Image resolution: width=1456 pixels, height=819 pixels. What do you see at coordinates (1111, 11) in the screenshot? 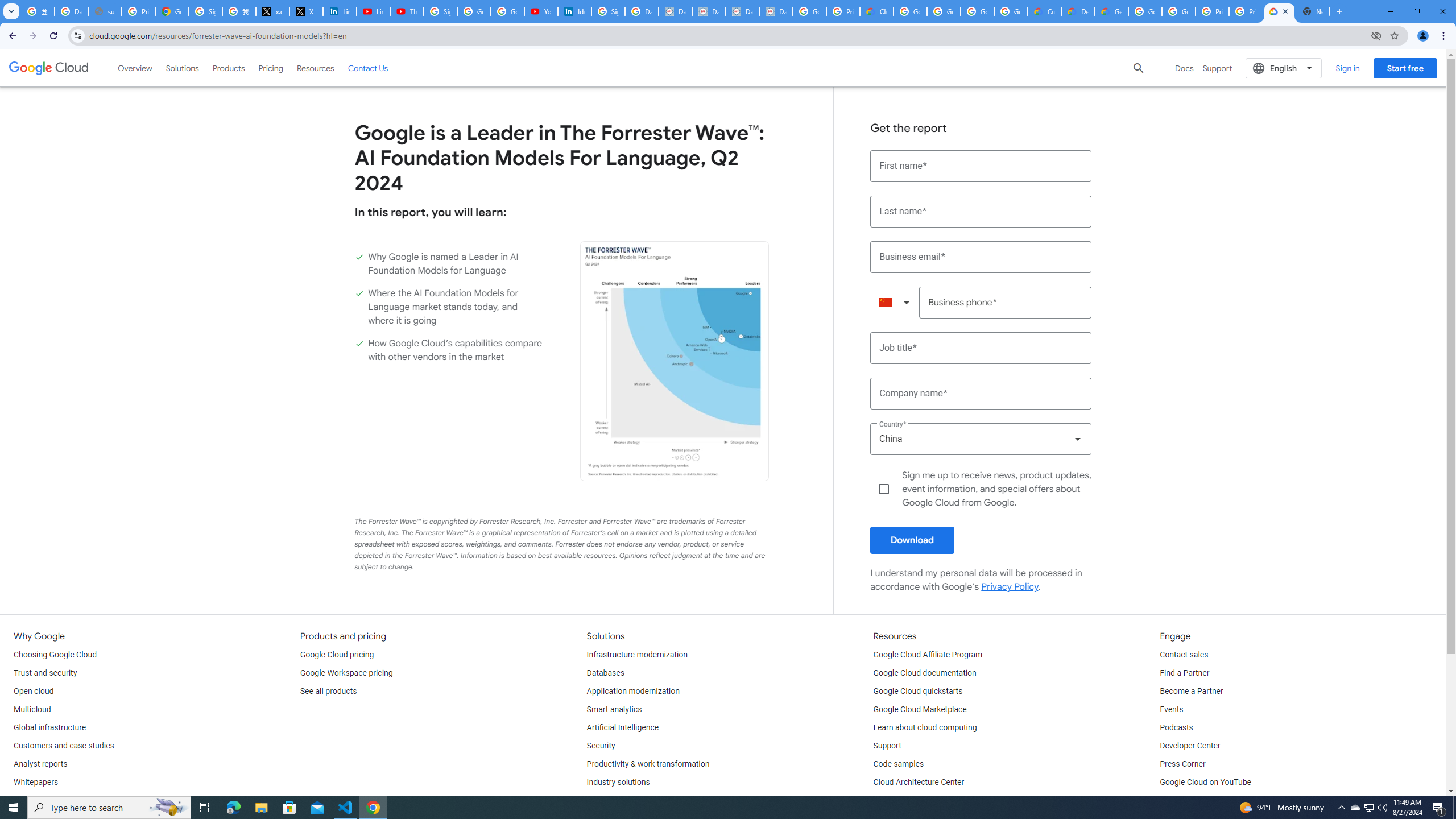
I see `'Gemini for Business and Developers | Google Cloud'` at bounding box center [1111, 11].